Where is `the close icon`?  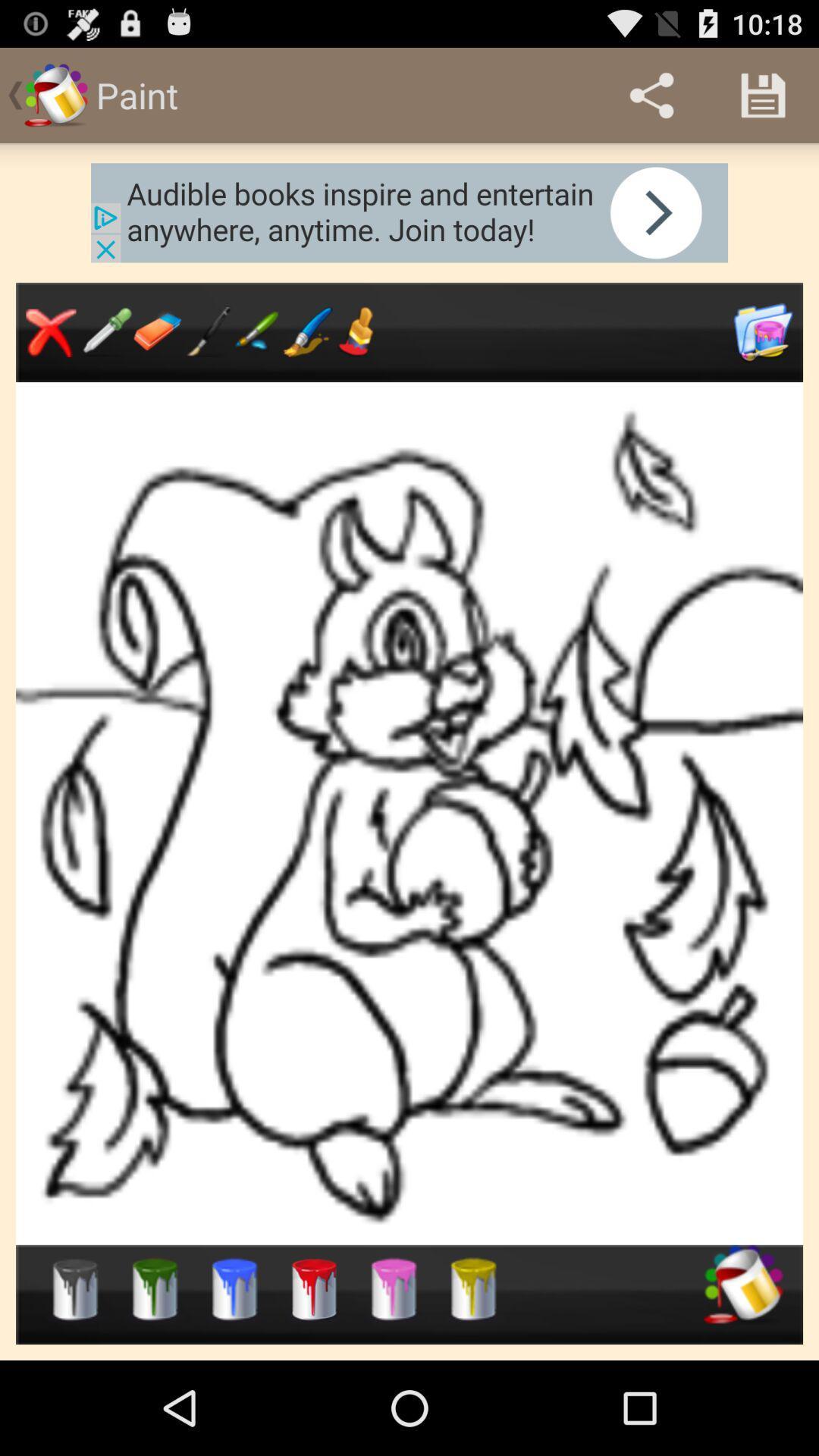
the close icon is located at coordinates (50, 354).